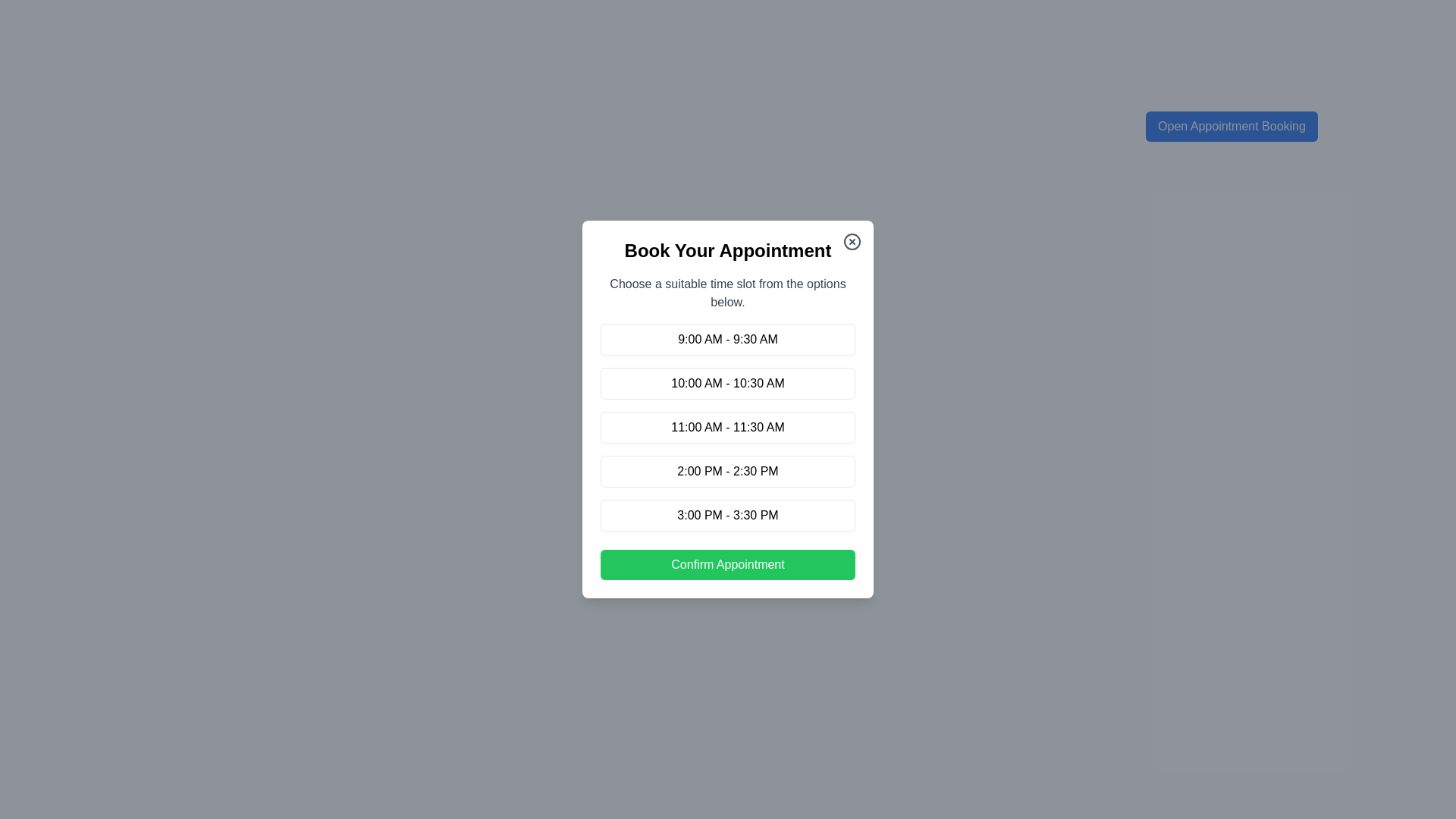 This screenshot has height=819, width=1456. I want to click on the button displaying '2:00 PM - 2:30 PM', so click(728, 470).